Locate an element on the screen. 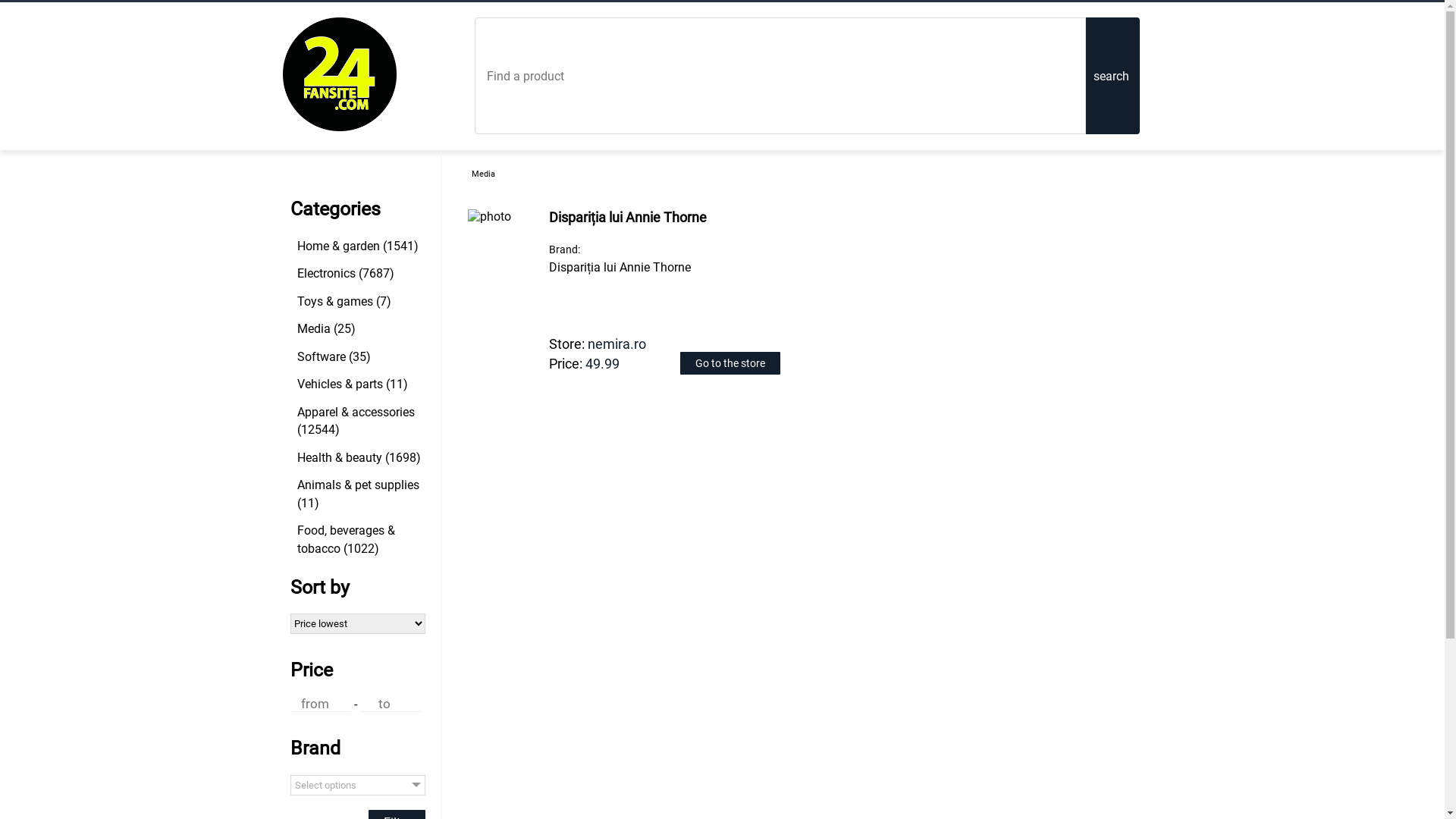 The height and width of the screenshot is (819, 1456). 'Vehicles & parts (11)' is located at coordinates (294, 383).